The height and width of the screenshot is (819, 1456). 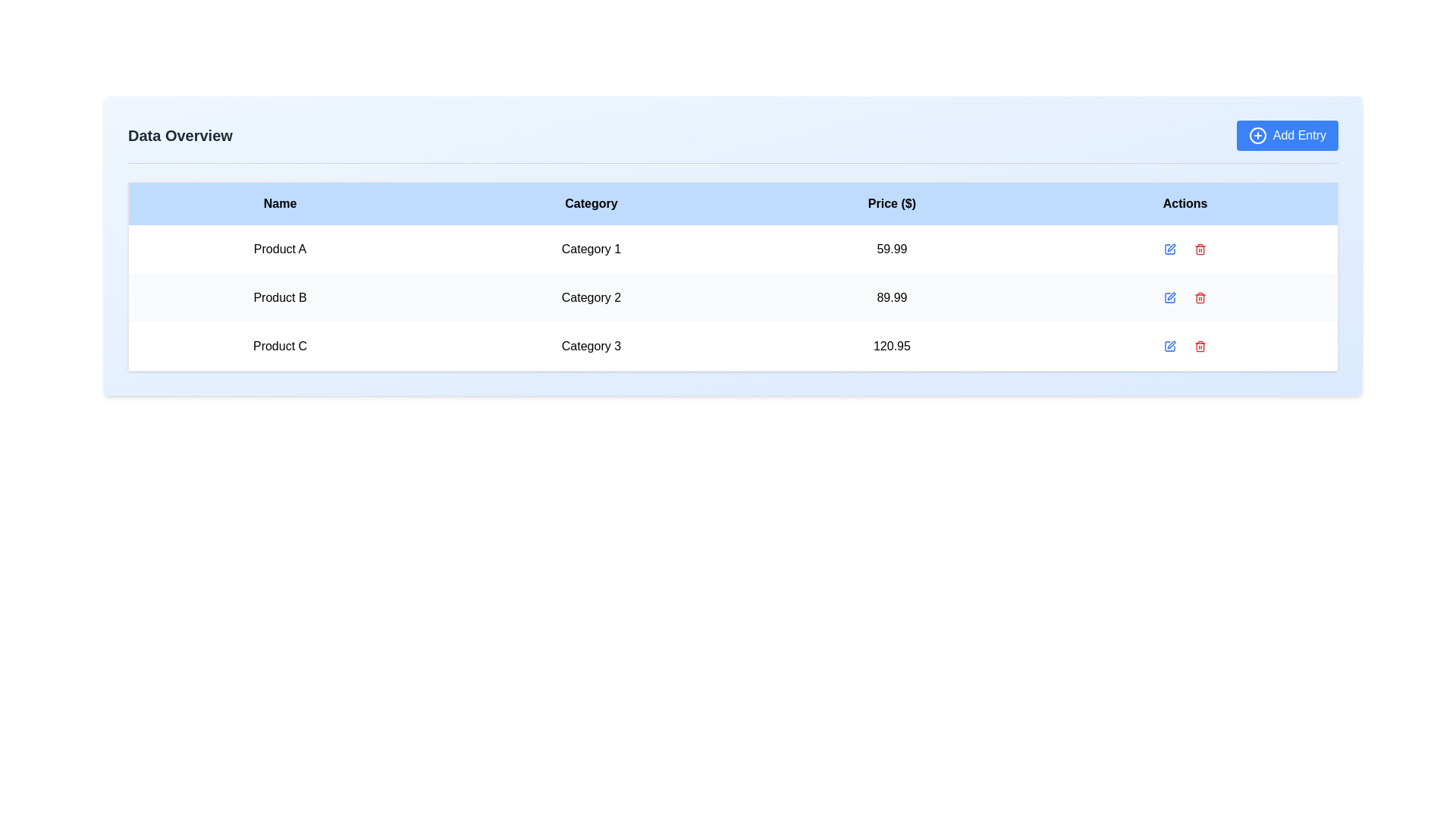 What do you see at coordinates (1169, 346) in the screenshot?
I see `the edit button located on the right side of the last row in the table under the 'Actions' column to initiate the edit action` at bounding box center [1169, 346].